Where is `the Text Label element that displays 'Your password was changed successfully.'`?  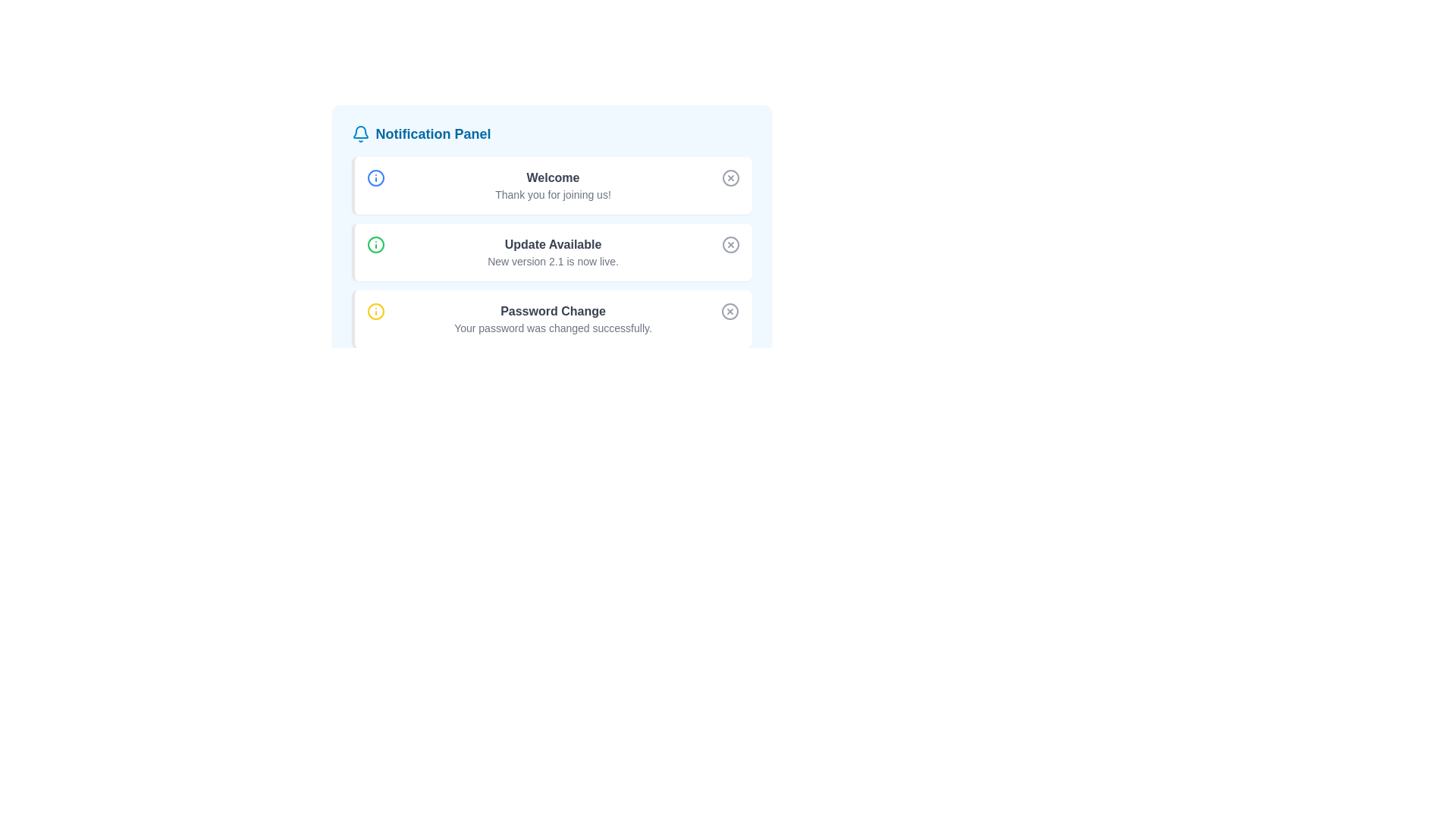
the Text Label element that displays 'Your password was changed successfully.' is located at coordinates (552, 327).